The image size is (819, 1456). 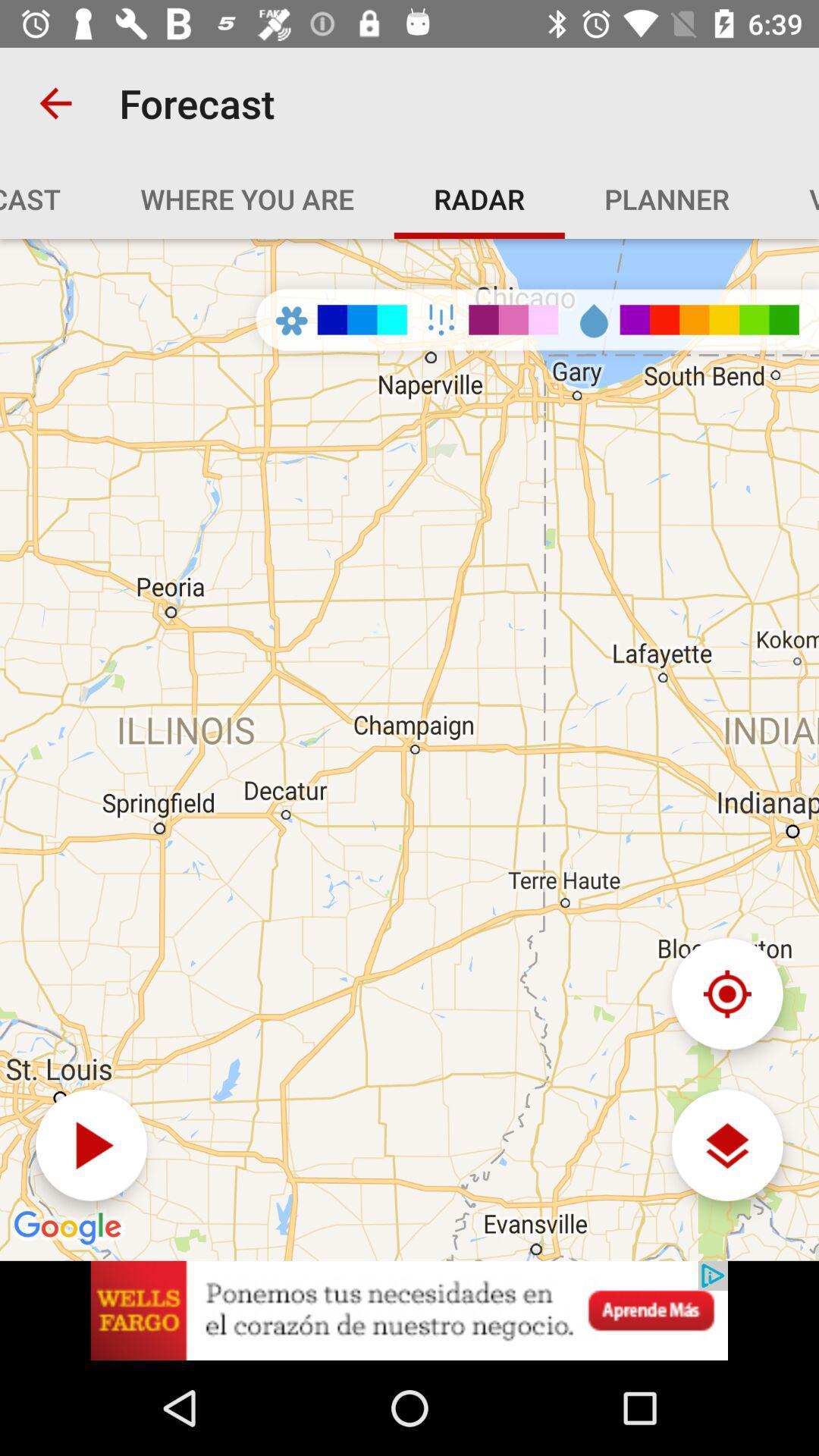 What do you see at coordinates (726, 1145) in the screenshot?
I see `the layers icon` at bounding box center [726, 1145].